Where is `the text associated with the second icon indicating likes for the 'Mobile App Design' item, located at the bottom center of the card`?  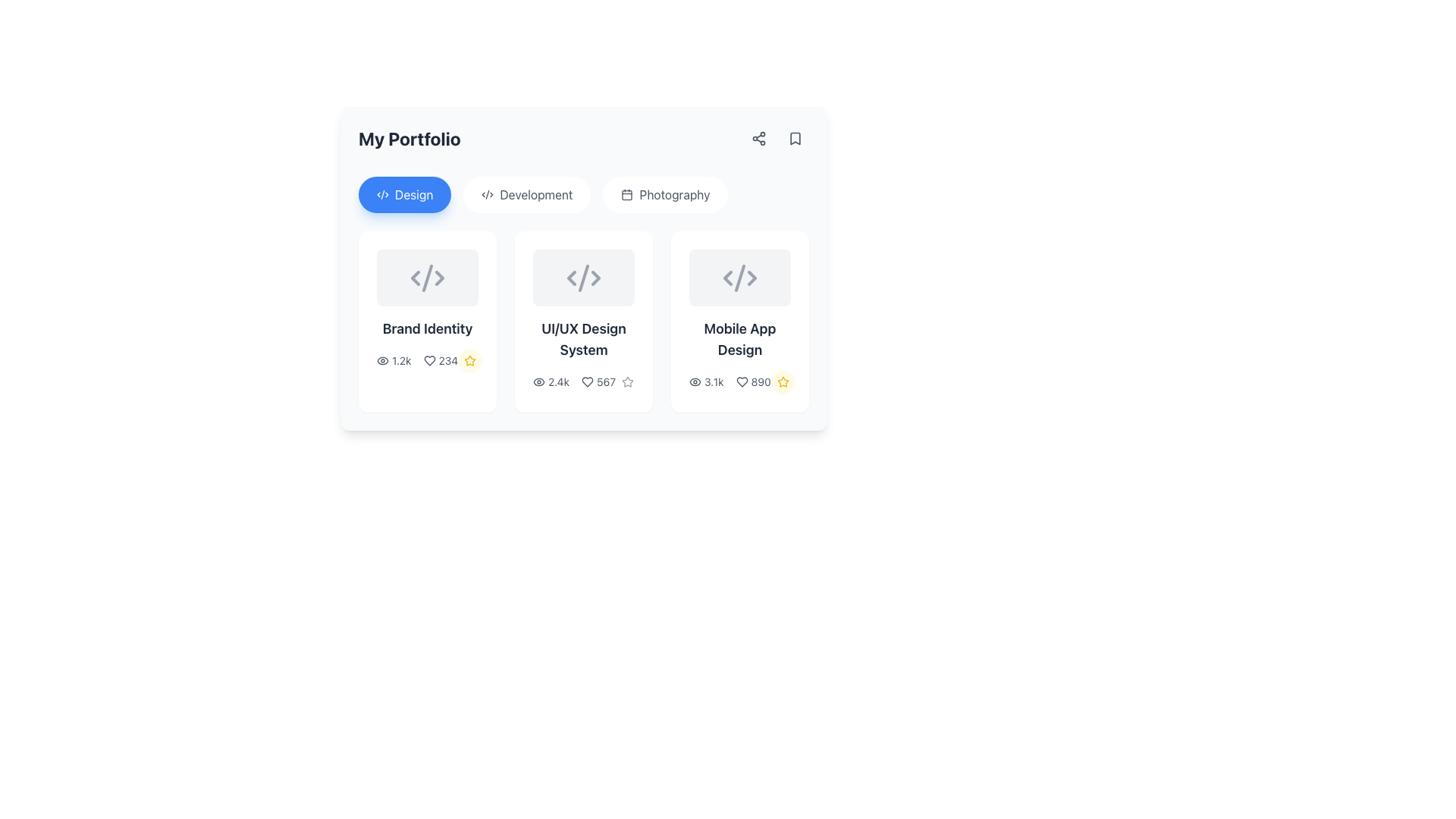
the text associated with the second icon indicating likes for the 'Mobile App Design' item, located at the bottom center of the card is located at coordinates (739, 381).